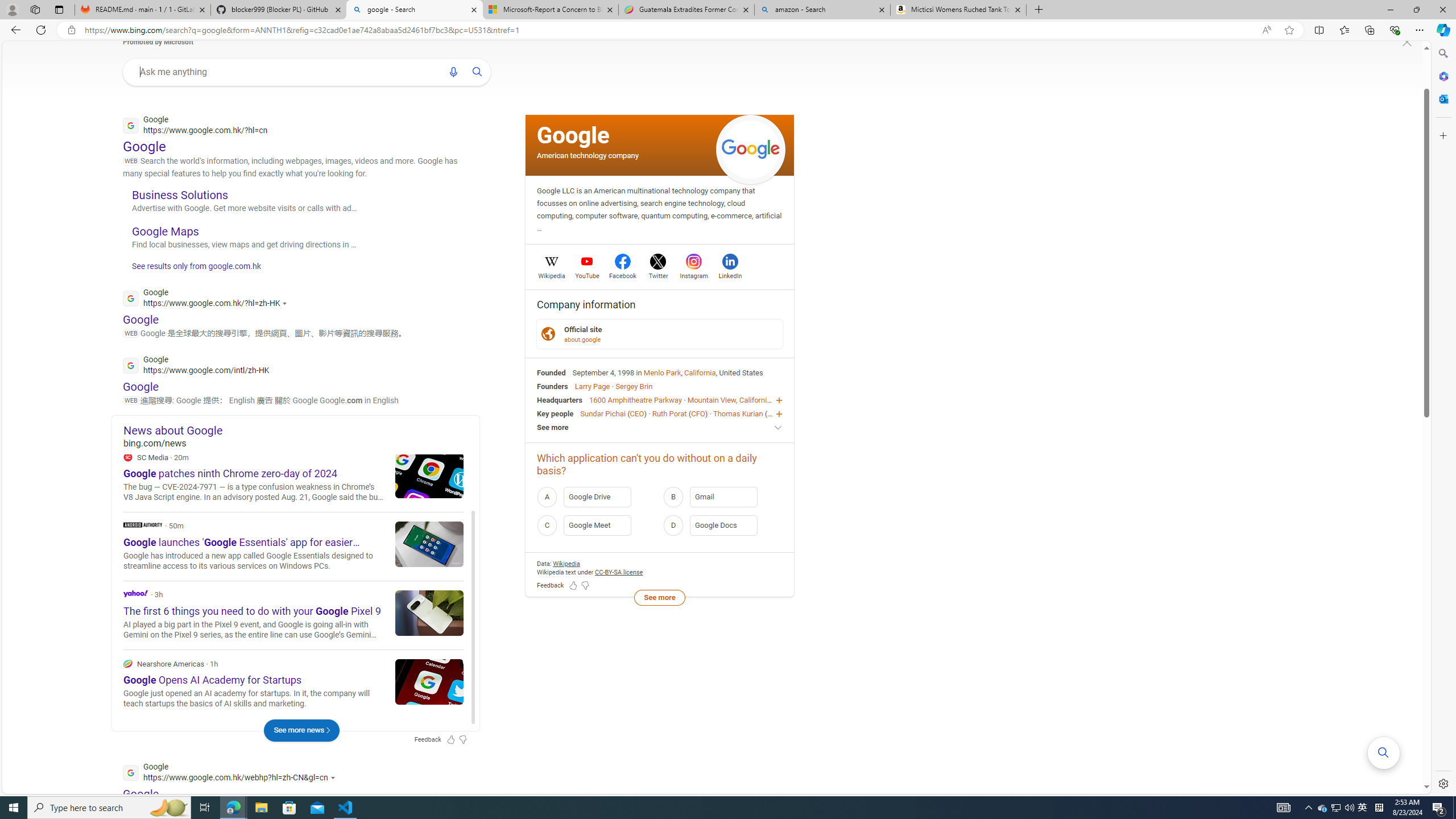 This screenshot has width=1456, height=819. What do you see at coordinates (127, 663) in the screenshot?
I see `'Nearshore Americas'` at bounding box center [127, 663].